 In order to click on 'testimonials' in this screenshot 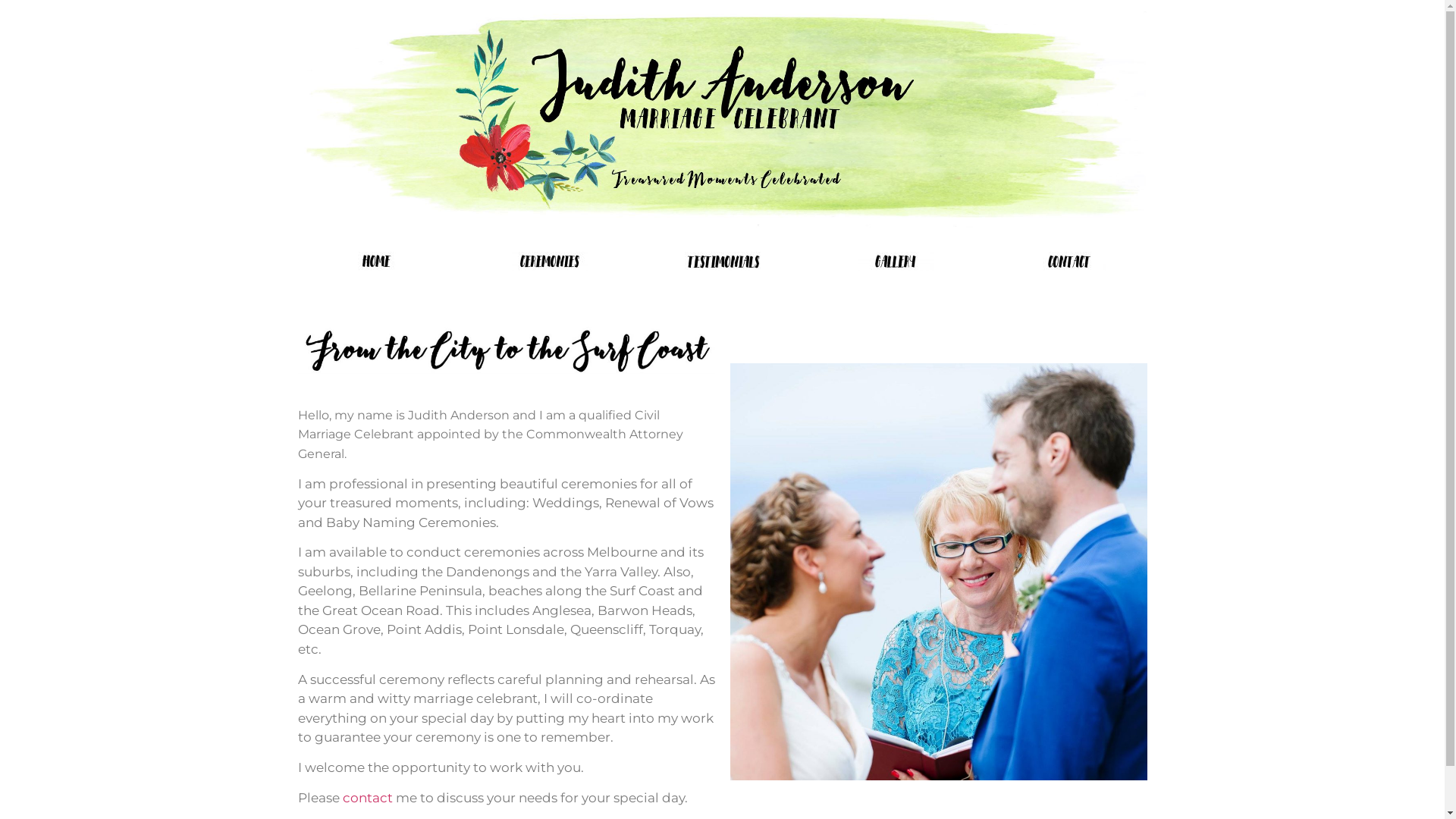, I will do `click(720, 260)`.